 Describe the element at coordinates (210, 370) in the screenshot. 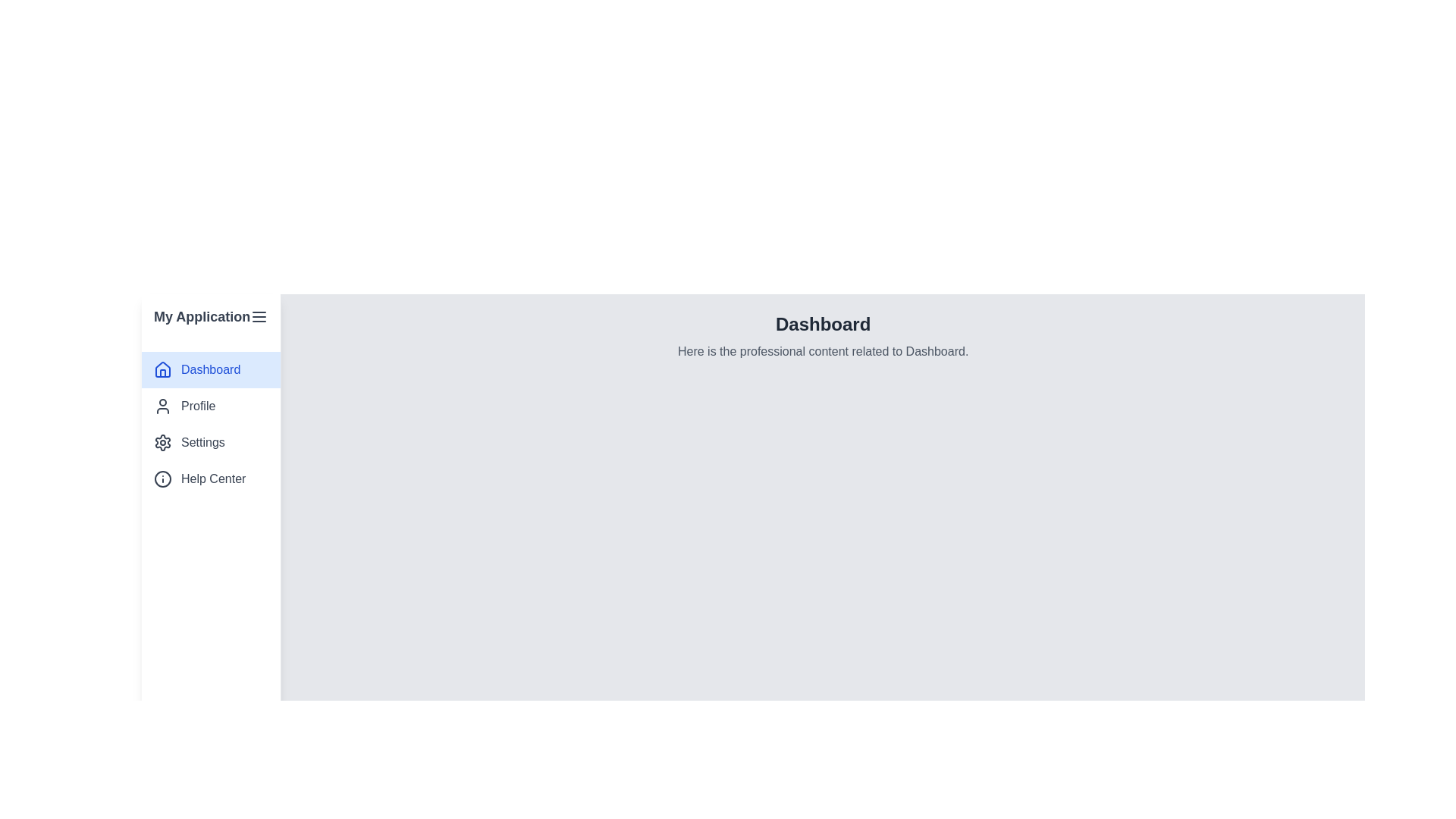

I see `the topmost list item in the vertical menu with a blue background and text, labeled 'Dashboard', which serves as a navigation hyperlink` at that location.